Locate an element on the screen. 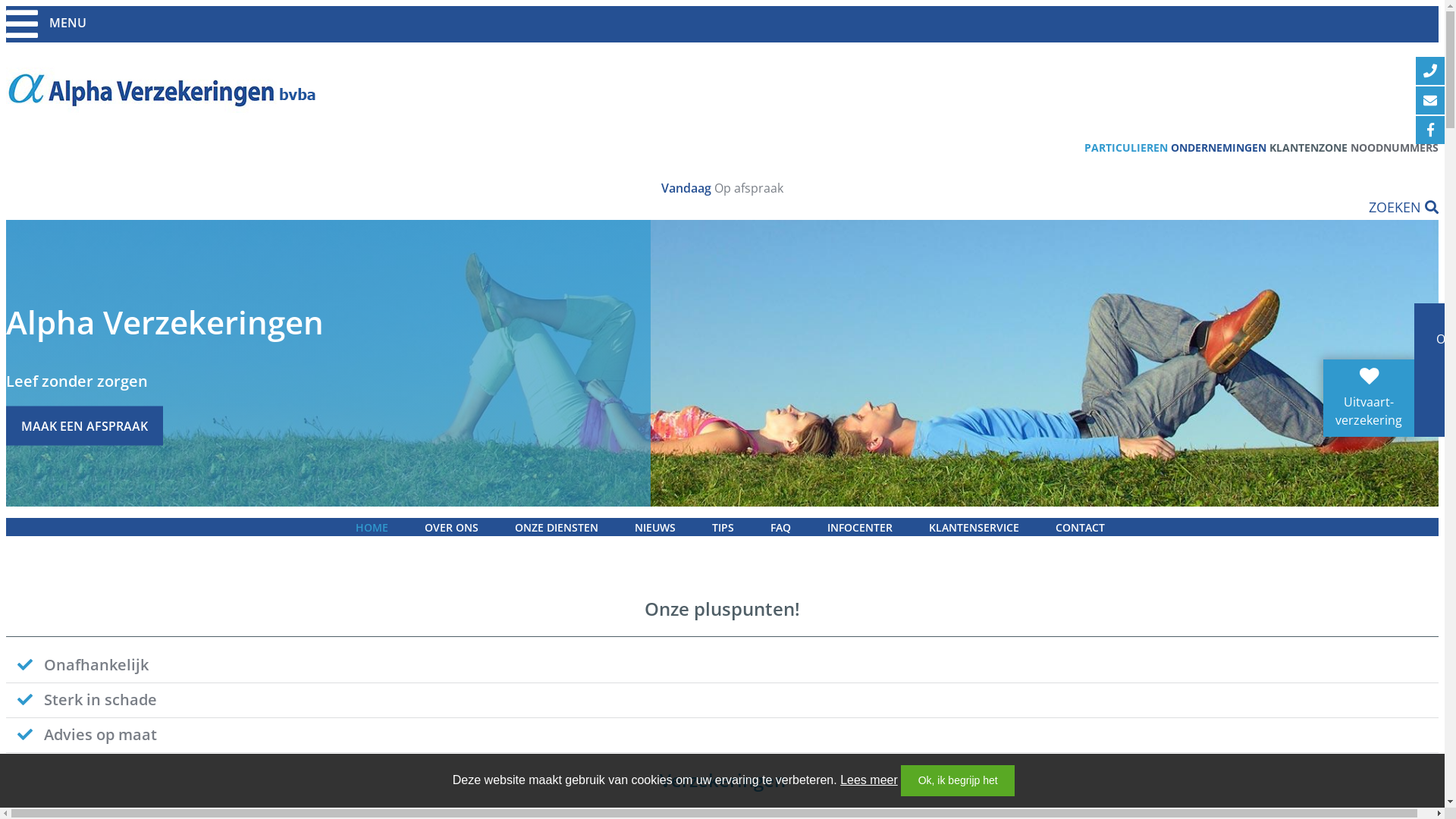  'ONZE DIENSTEN' is located at coordinates (555, 526).